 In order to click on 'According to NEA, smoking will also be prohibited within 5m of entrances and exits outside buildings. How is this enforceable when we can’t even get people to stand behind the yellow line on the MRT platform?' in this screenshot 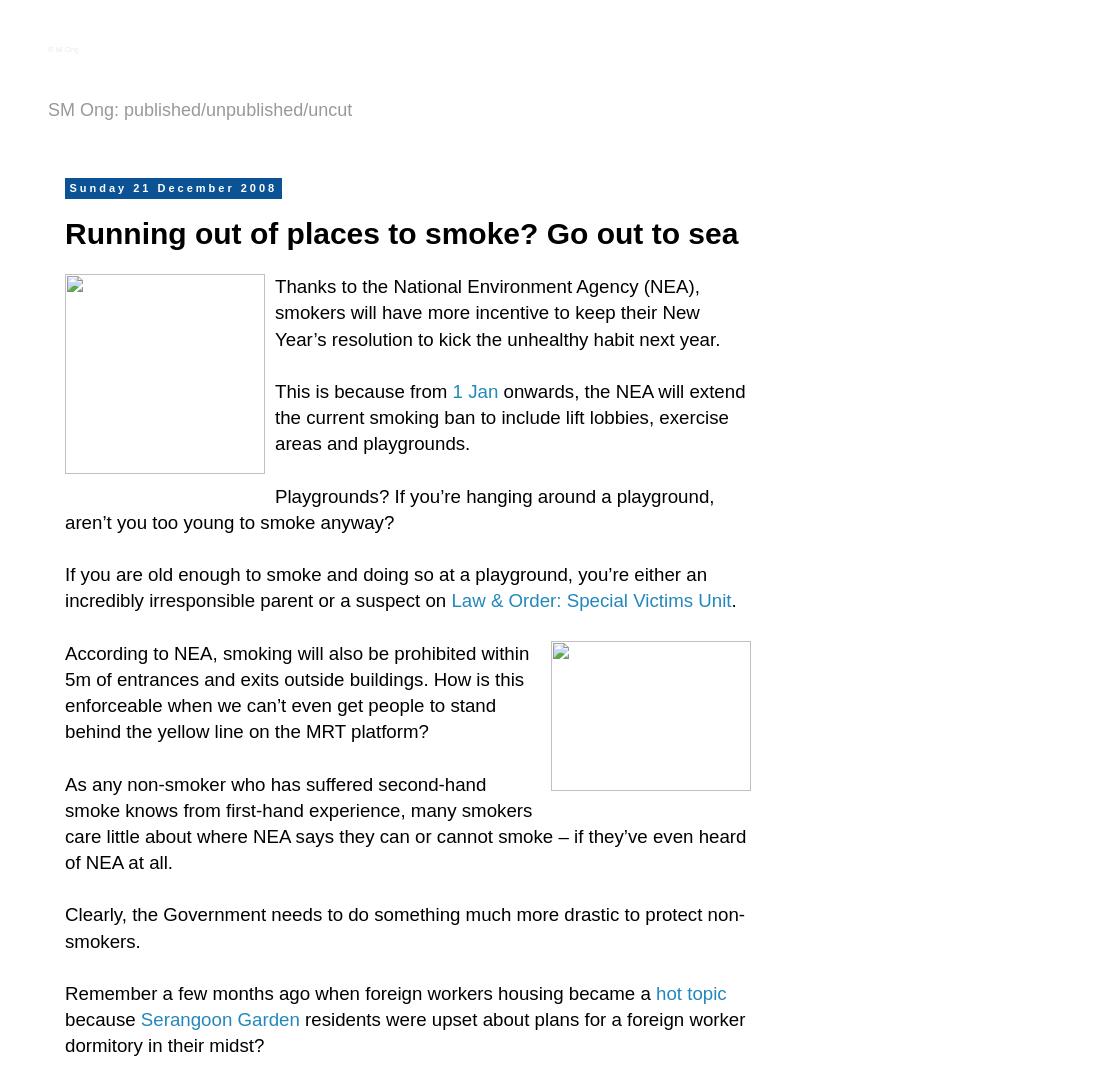, I will do `click(297, 691)`.